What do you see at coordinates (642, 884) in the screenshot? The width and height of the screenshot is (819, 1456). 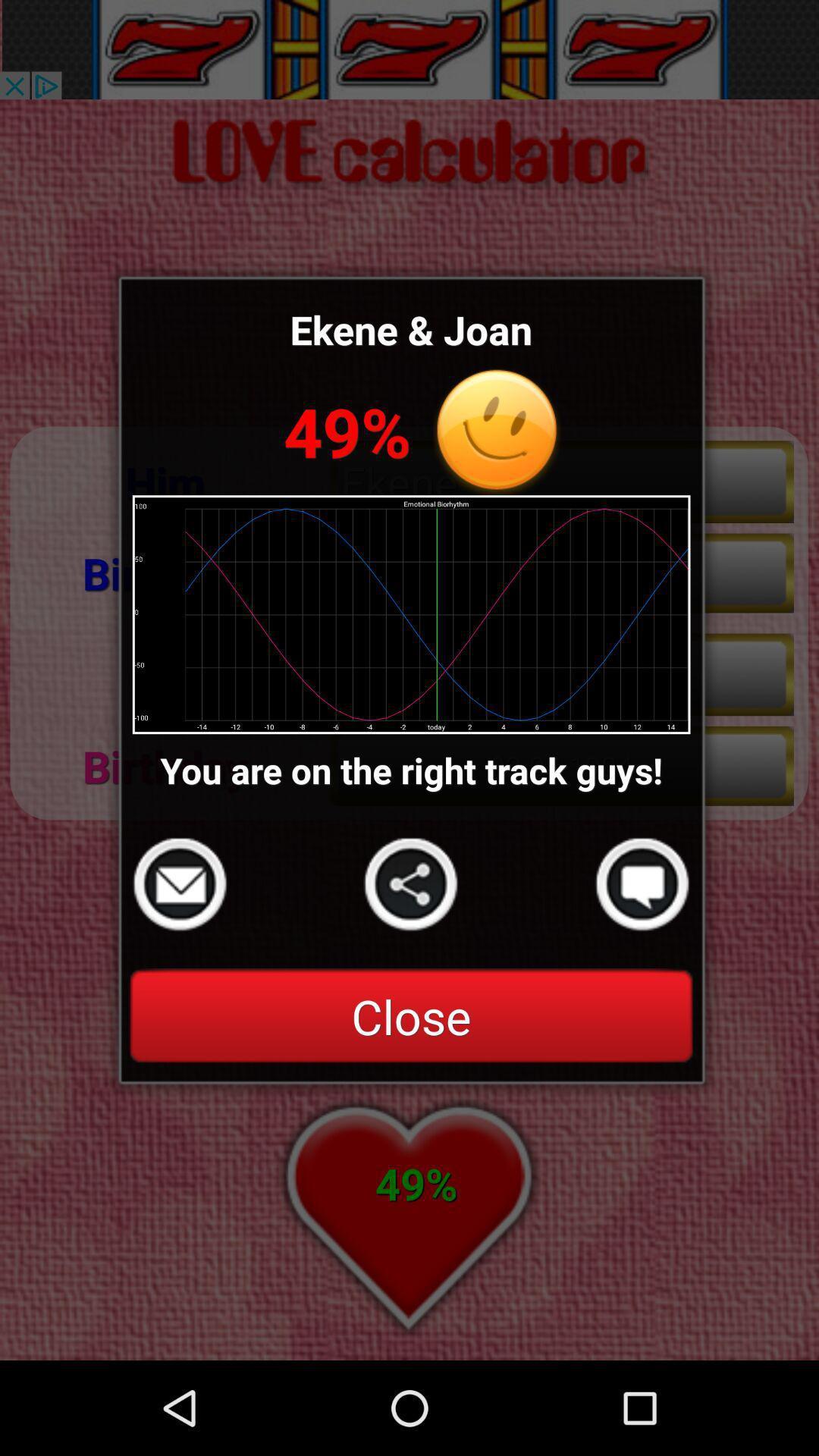 I see `message` at bounding box center [642, 884].